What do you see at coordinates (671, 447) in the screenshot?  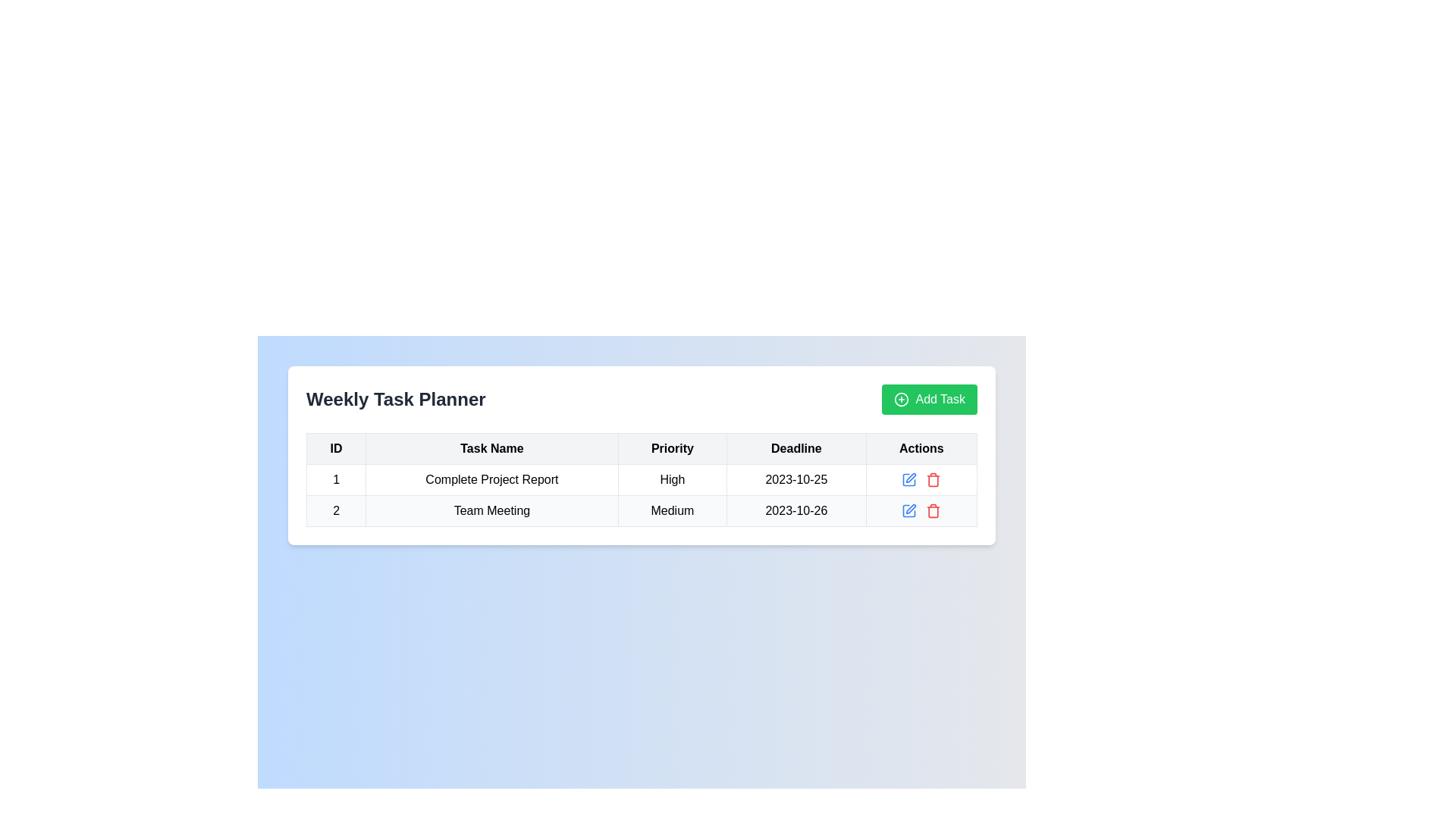 I see `the Text label indicating task priorities in the third column header of the Weekly Task Planner table` at bounding box center [671, 447].